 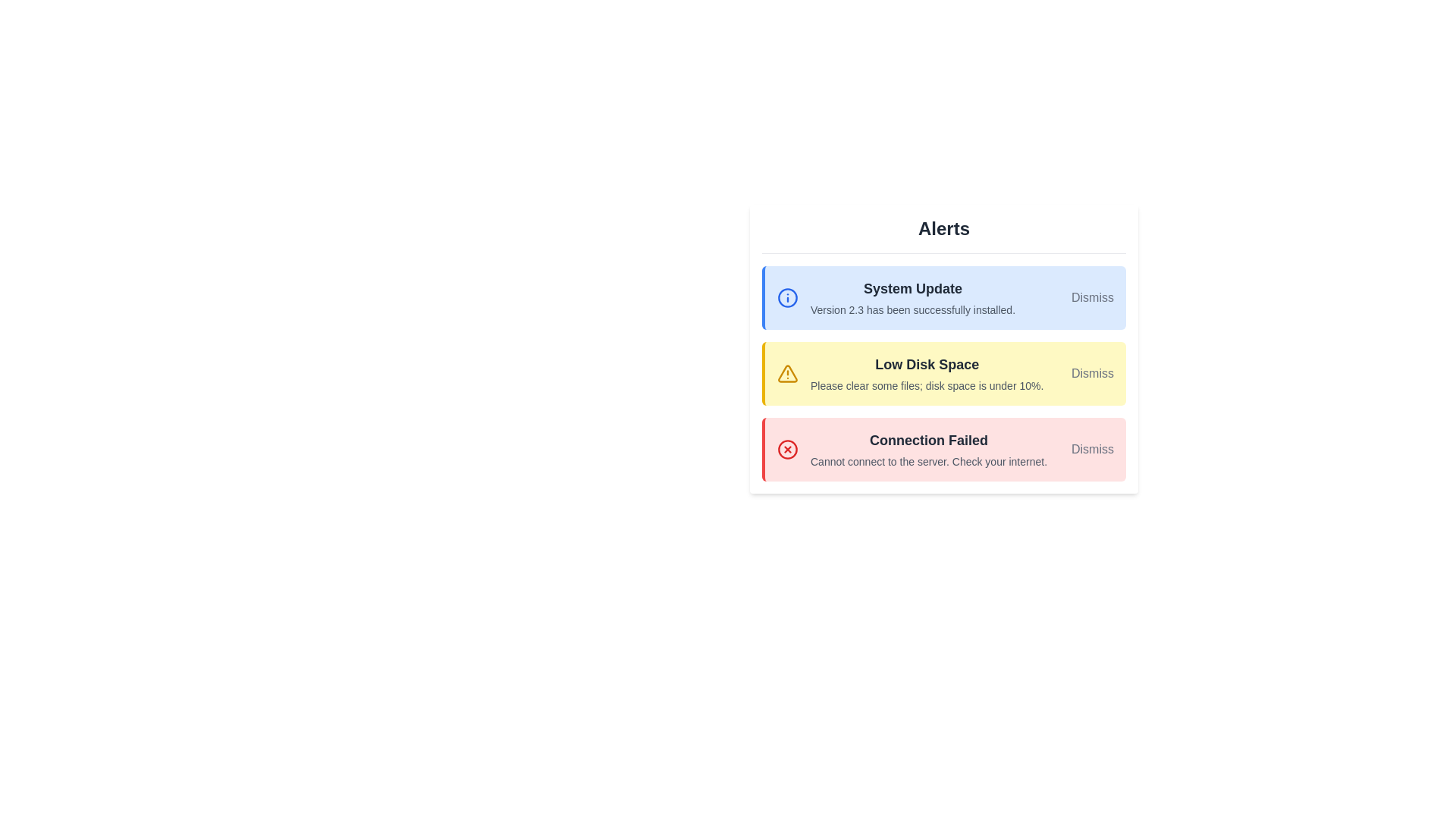 I want to click on the dismiss button located in the lower right corner of the 'Connection Failed' notification box, so click(x=1092, y=449).